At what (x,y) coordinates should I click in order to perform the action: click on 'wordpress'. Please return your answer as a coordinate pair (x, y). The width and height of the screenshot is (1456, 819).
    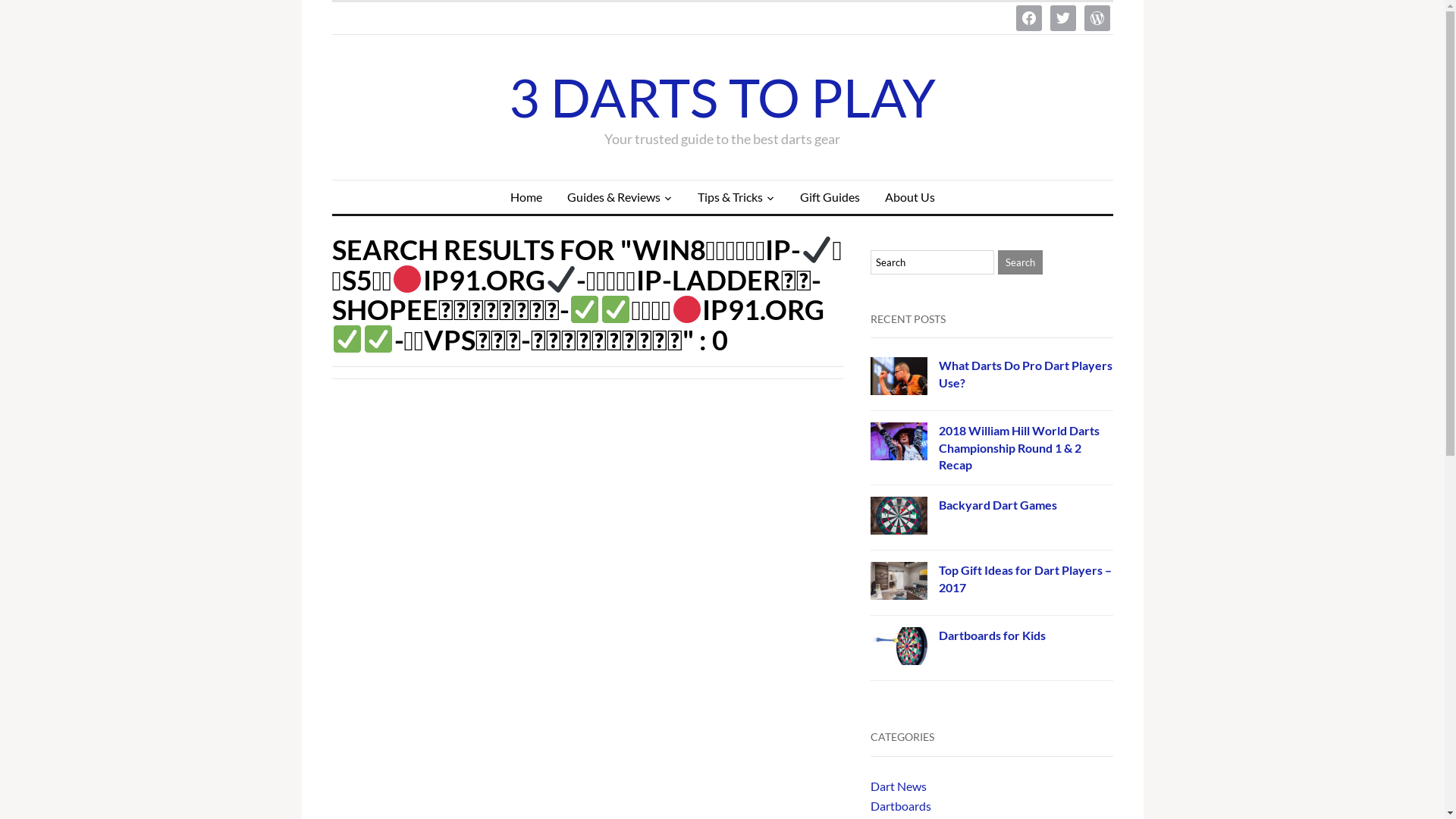
    Looking at the image, I should click on (1097, 17).